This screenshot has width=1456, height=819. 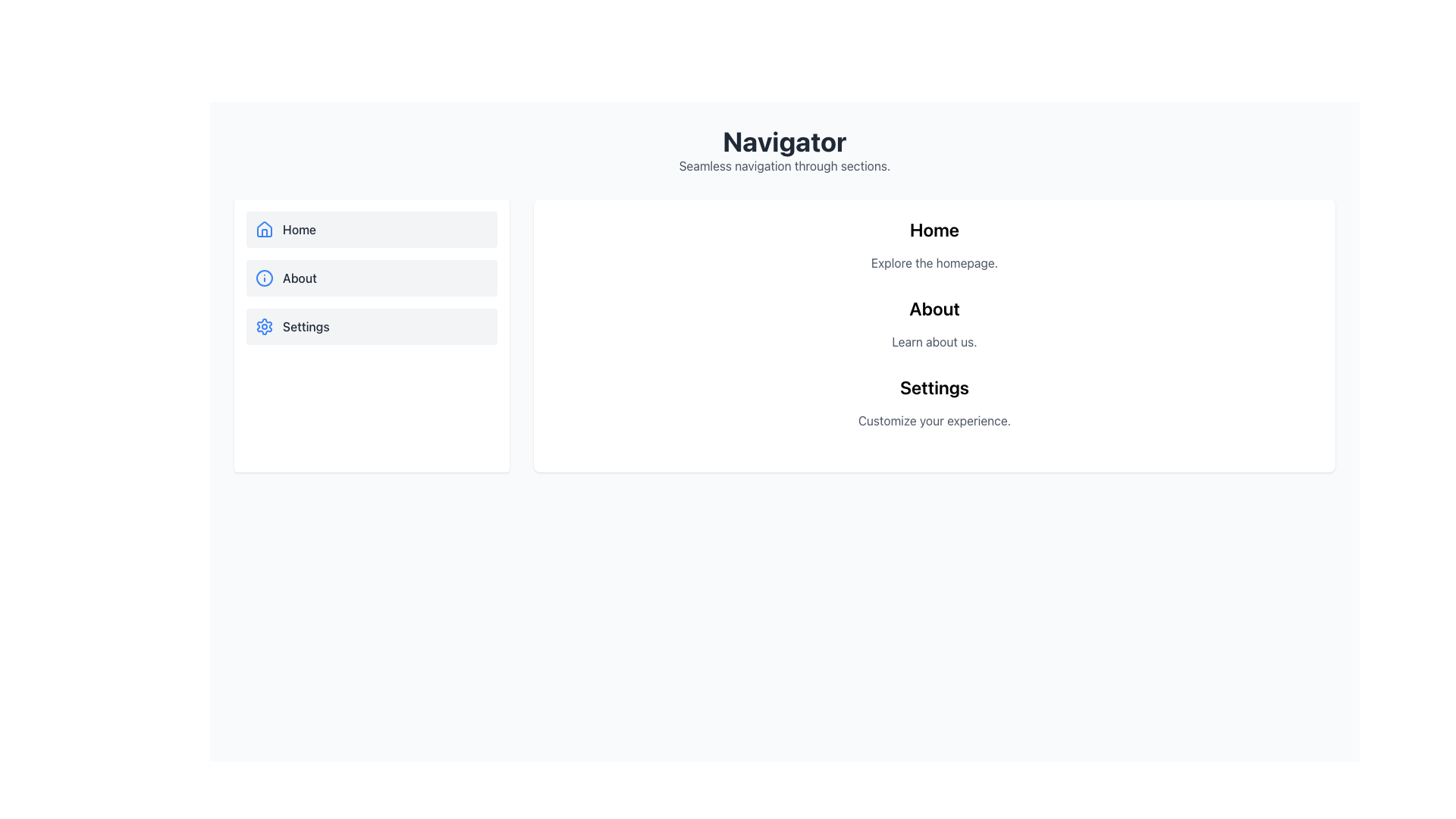 What do you see at coordinates (300, 278) in the screenshot?
I see `text label displaying 'About' located in the navigational menu, which is adjacent to a blue informational icon` at bounding box center [300, 278].